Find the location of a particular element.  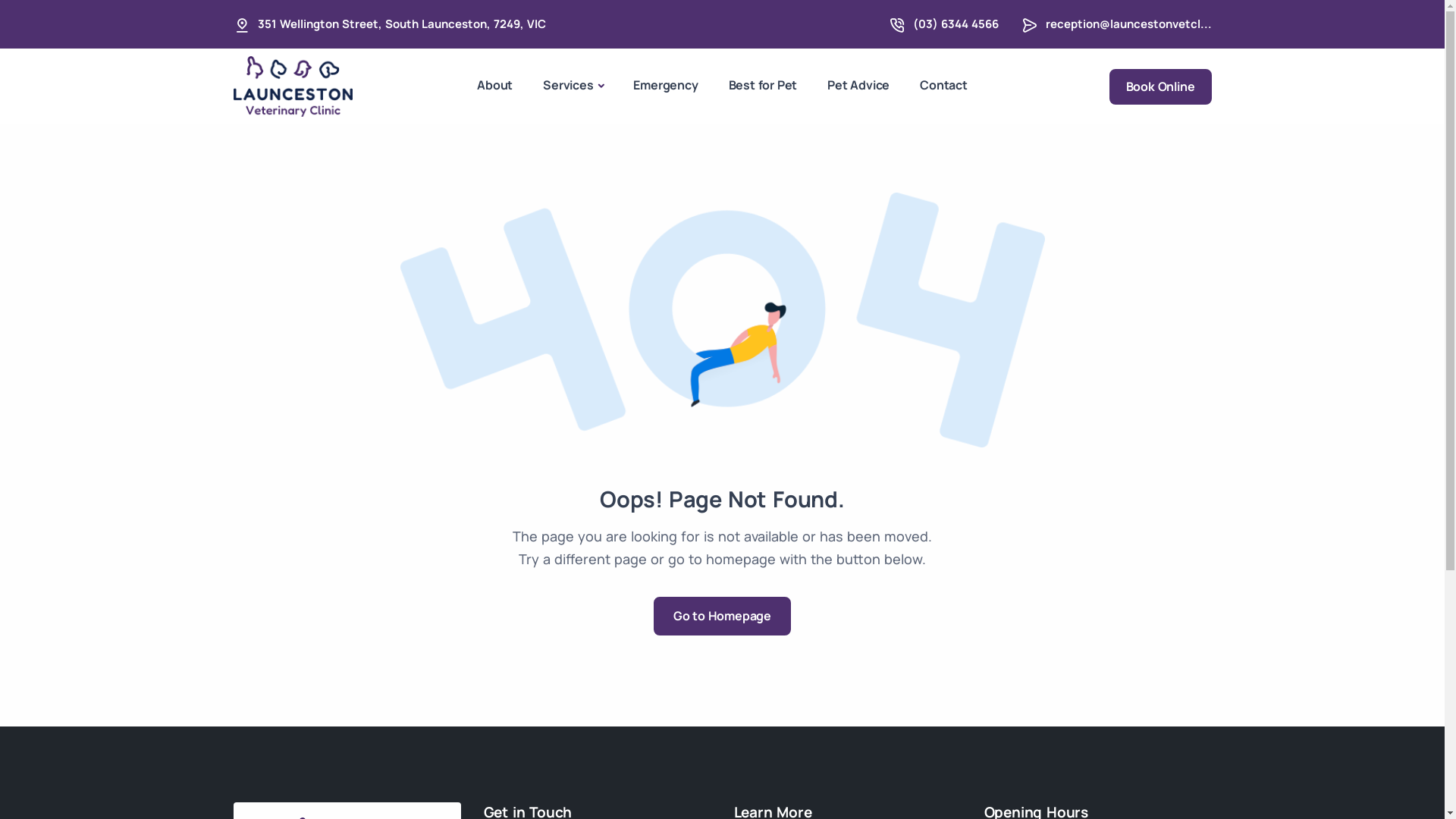

'reception@launcestonvetcl...' is located at coordinates (1128, 24).